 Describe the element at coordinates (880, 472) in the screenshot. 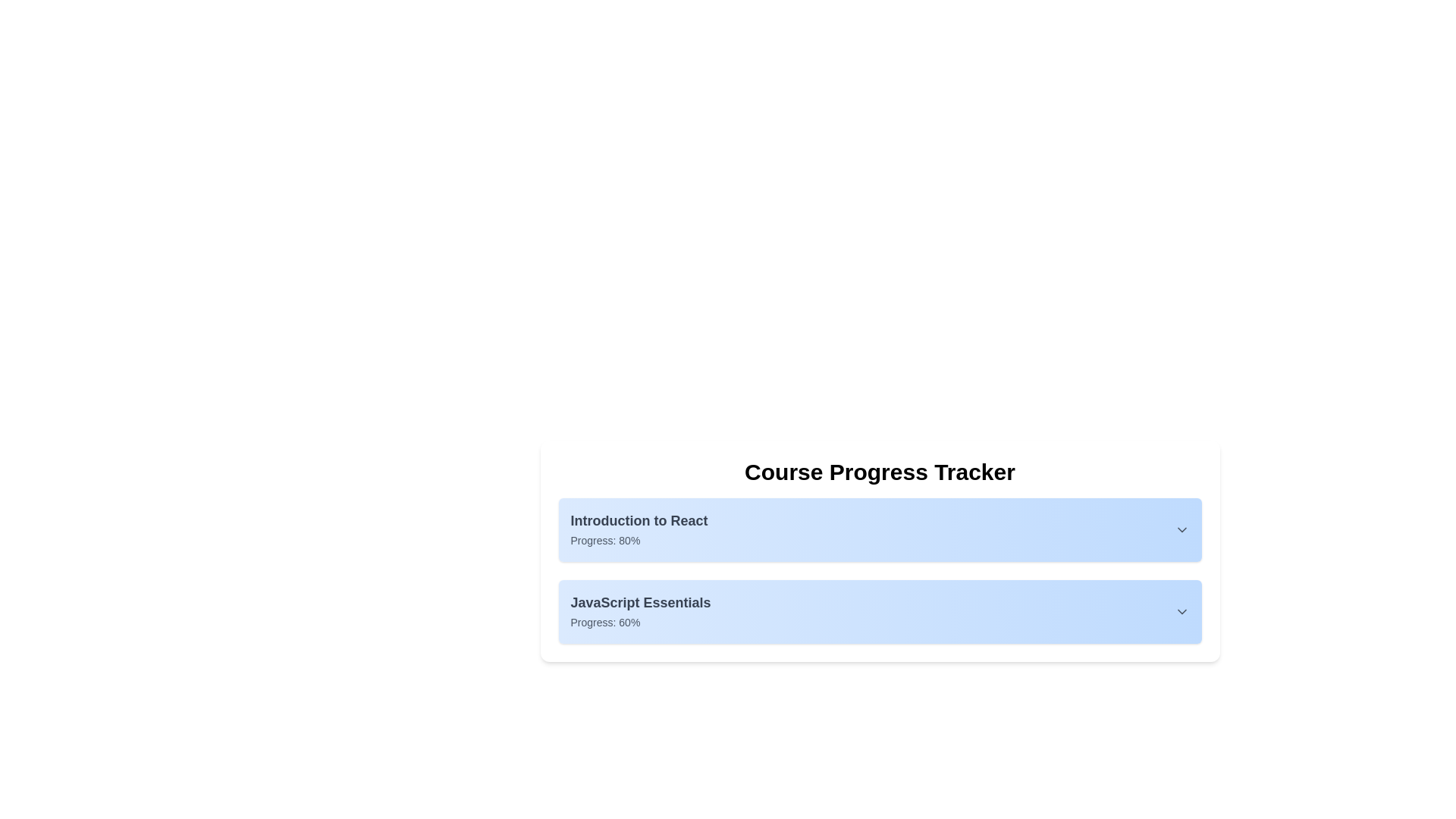

I see `the text heading element that serves as the title for the course progress section, positioned at the top of the card` at that location.